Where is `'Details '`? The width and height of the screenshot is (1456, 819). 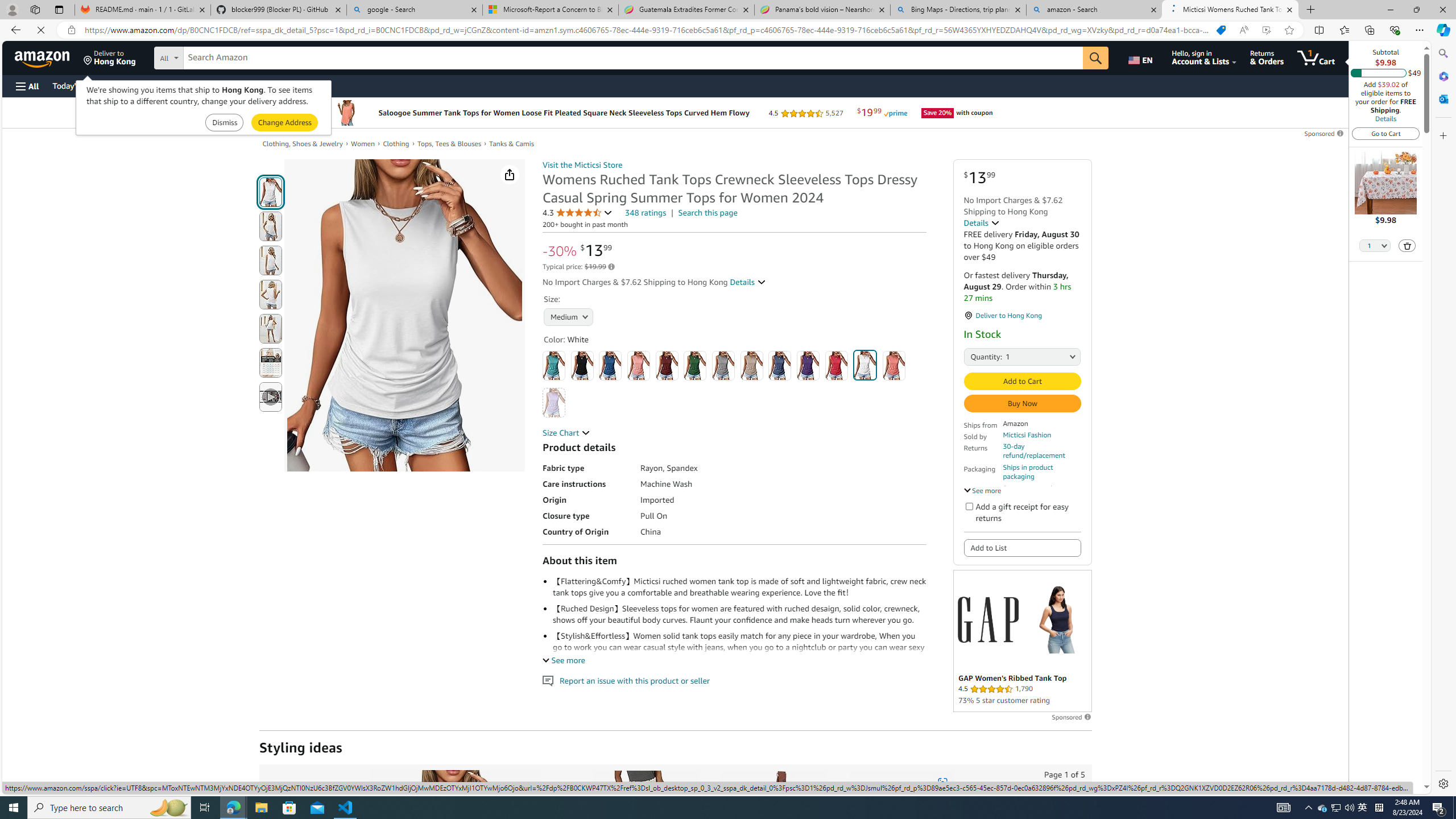
'Details ' is located at coordinates (981, 222).